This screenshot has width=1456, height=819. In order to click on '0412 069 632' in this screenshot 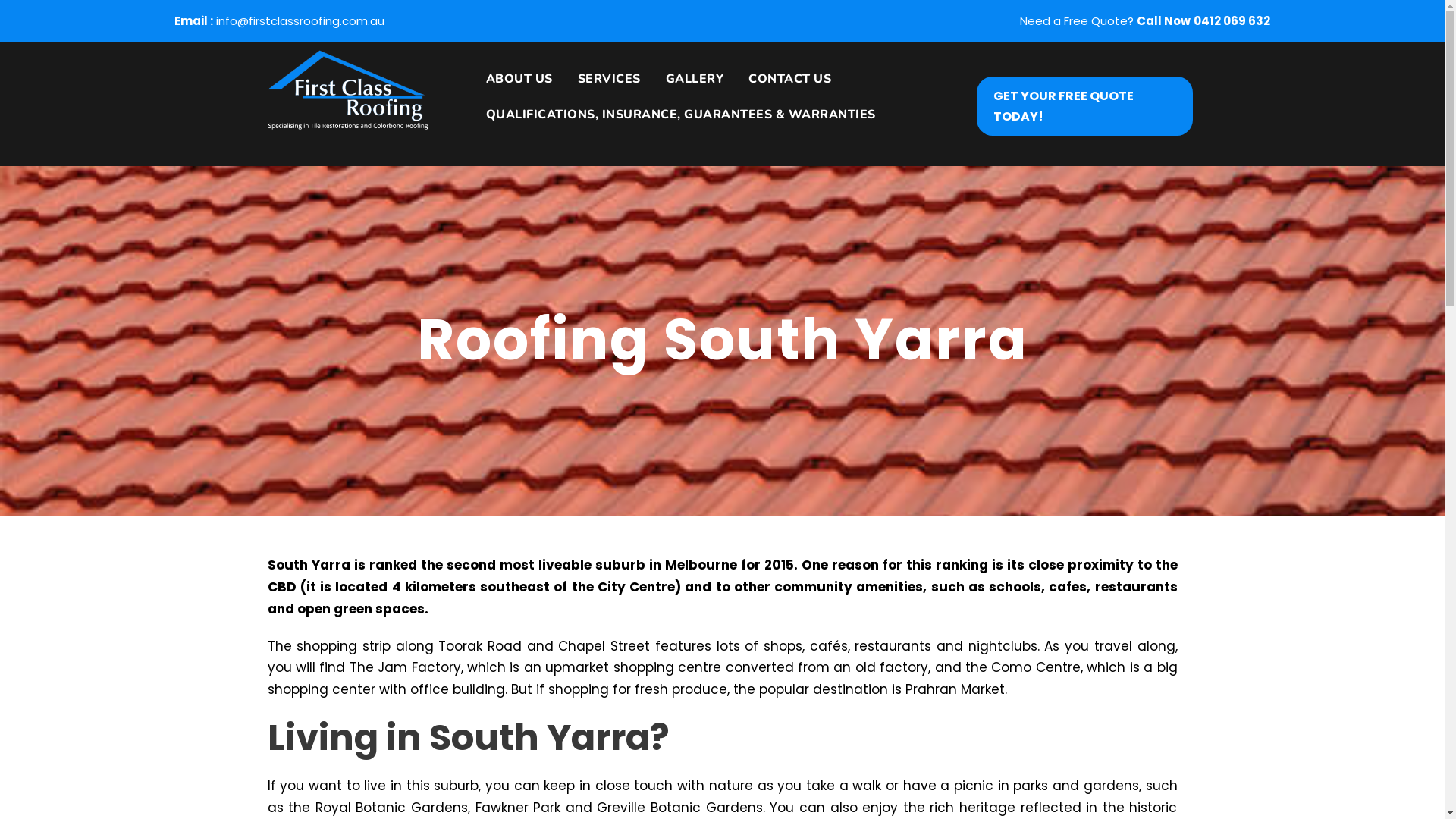, I will do `click(1232, 20)`.